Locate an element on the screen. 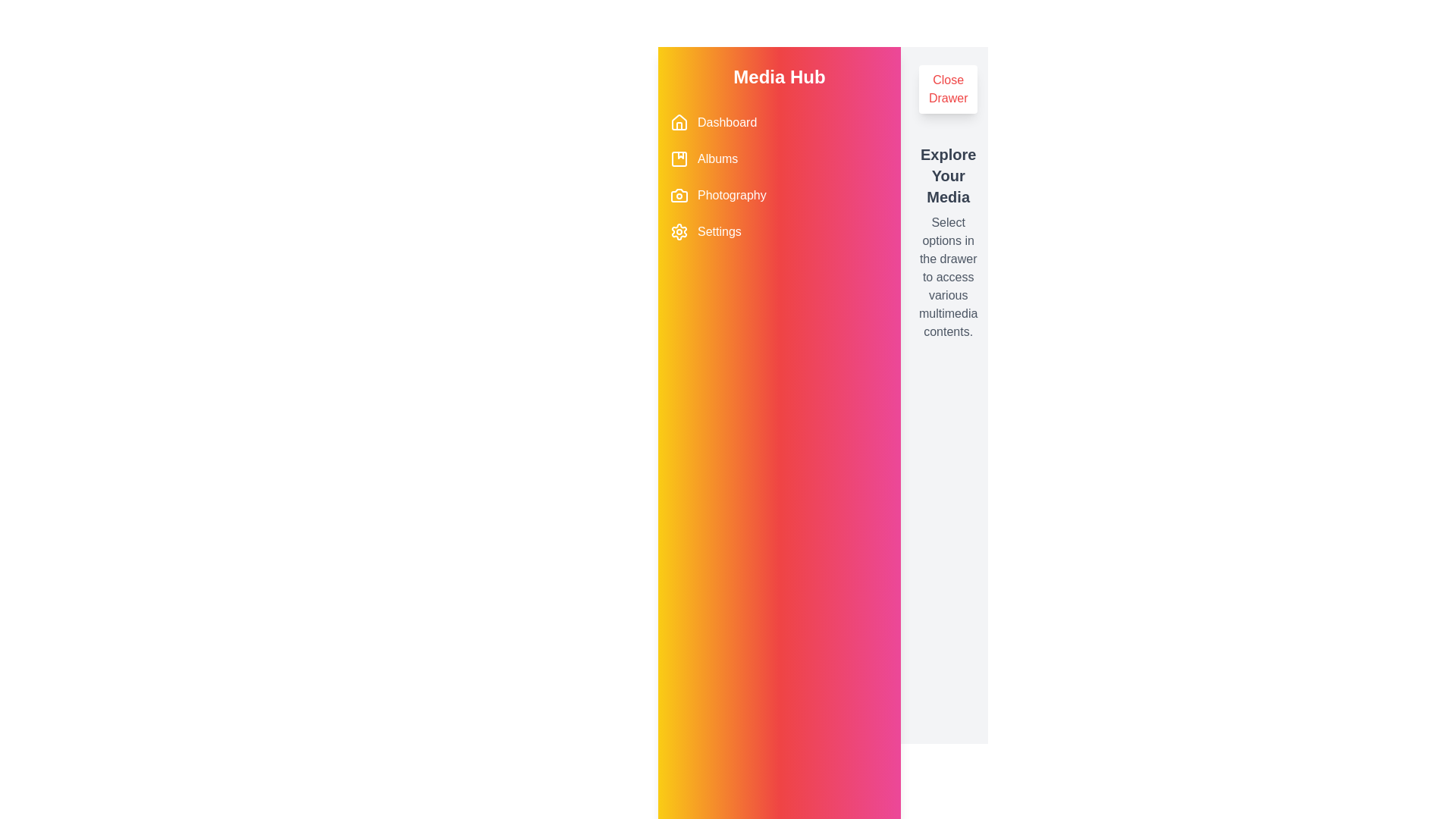  the 'Close Drawer' button to toggle the drawer is located at coordinates (946, 89).